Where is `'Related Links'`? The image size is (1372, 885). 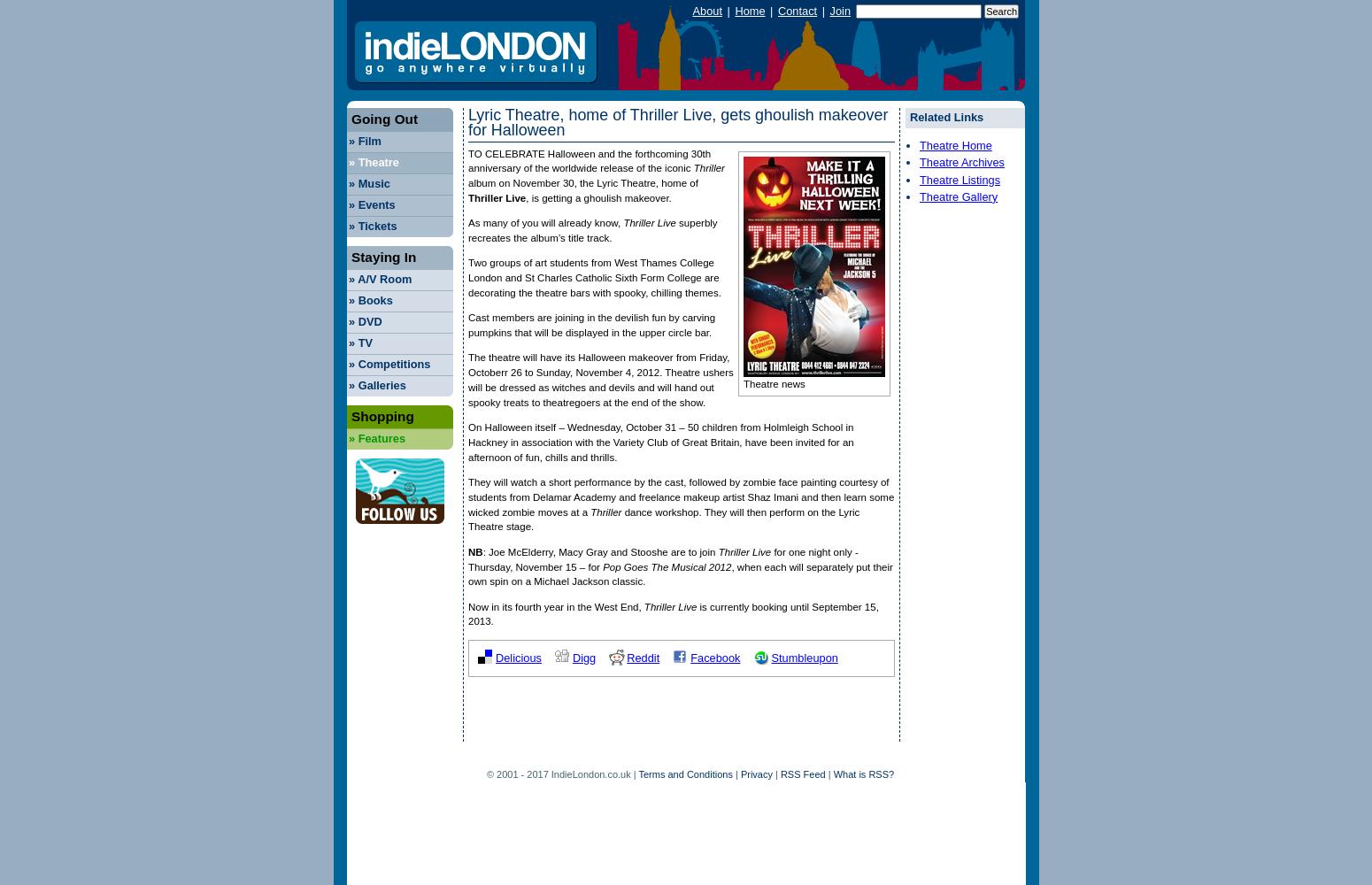
'Related Links' is located at coordinates (909, 117).